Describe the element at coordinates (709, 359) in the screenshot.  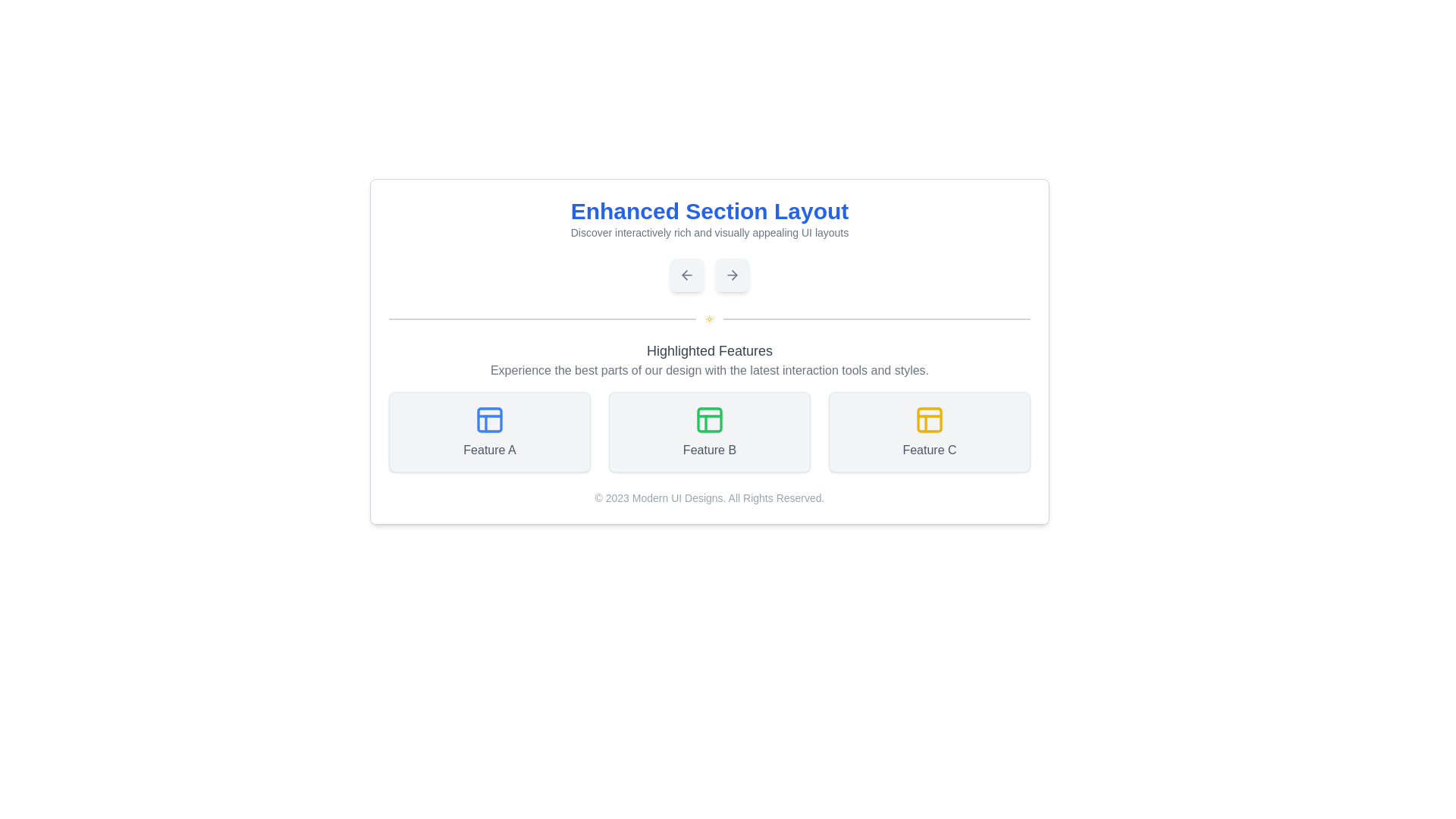
I see `heading and description of the 'Highlighted Features' text block, which is located below the main title 'Enhanced Section Layout' and above the feature cards` at that location.